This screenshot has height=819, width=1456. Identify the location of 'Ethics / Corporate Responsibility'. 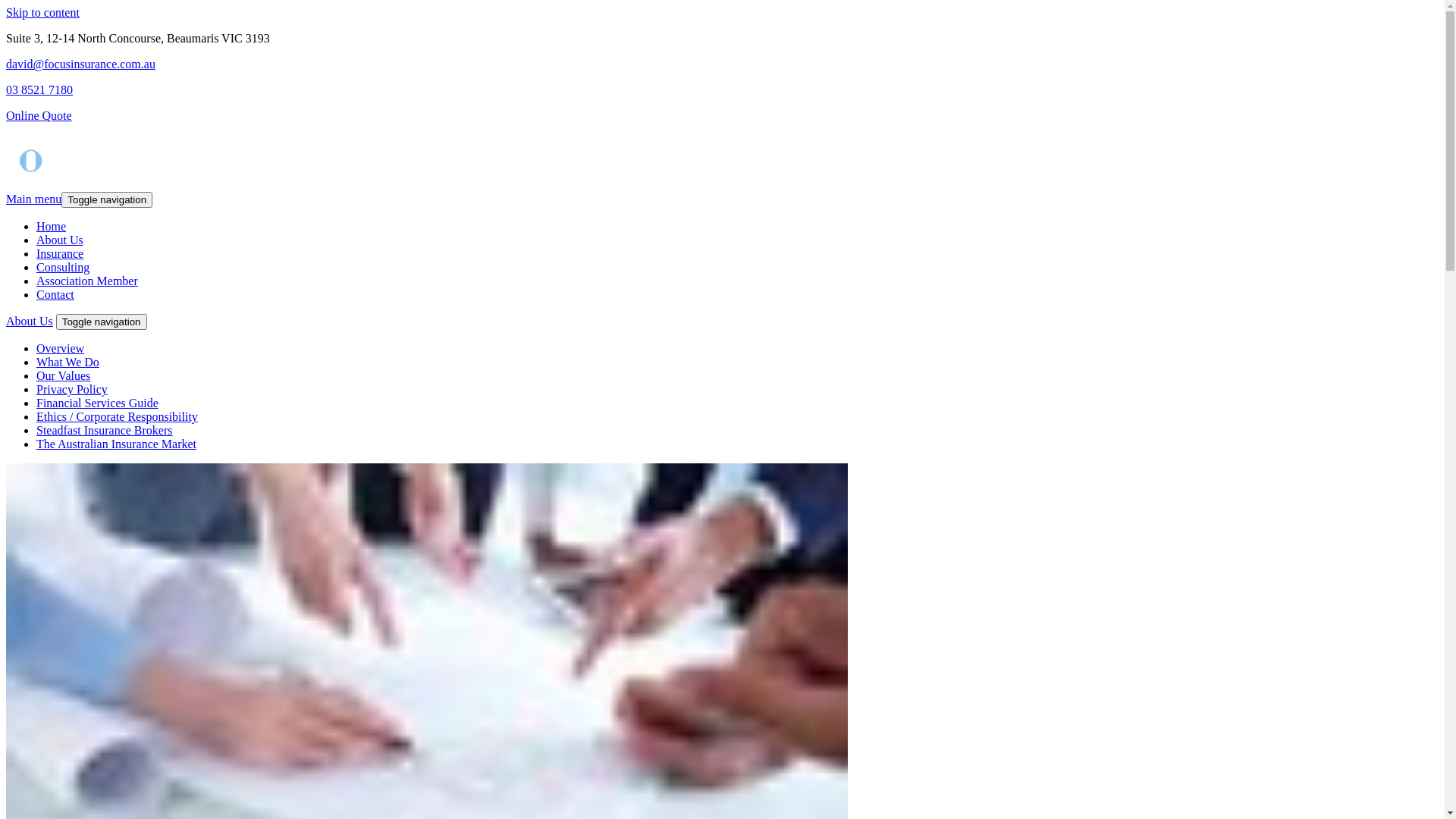
(116, 416).